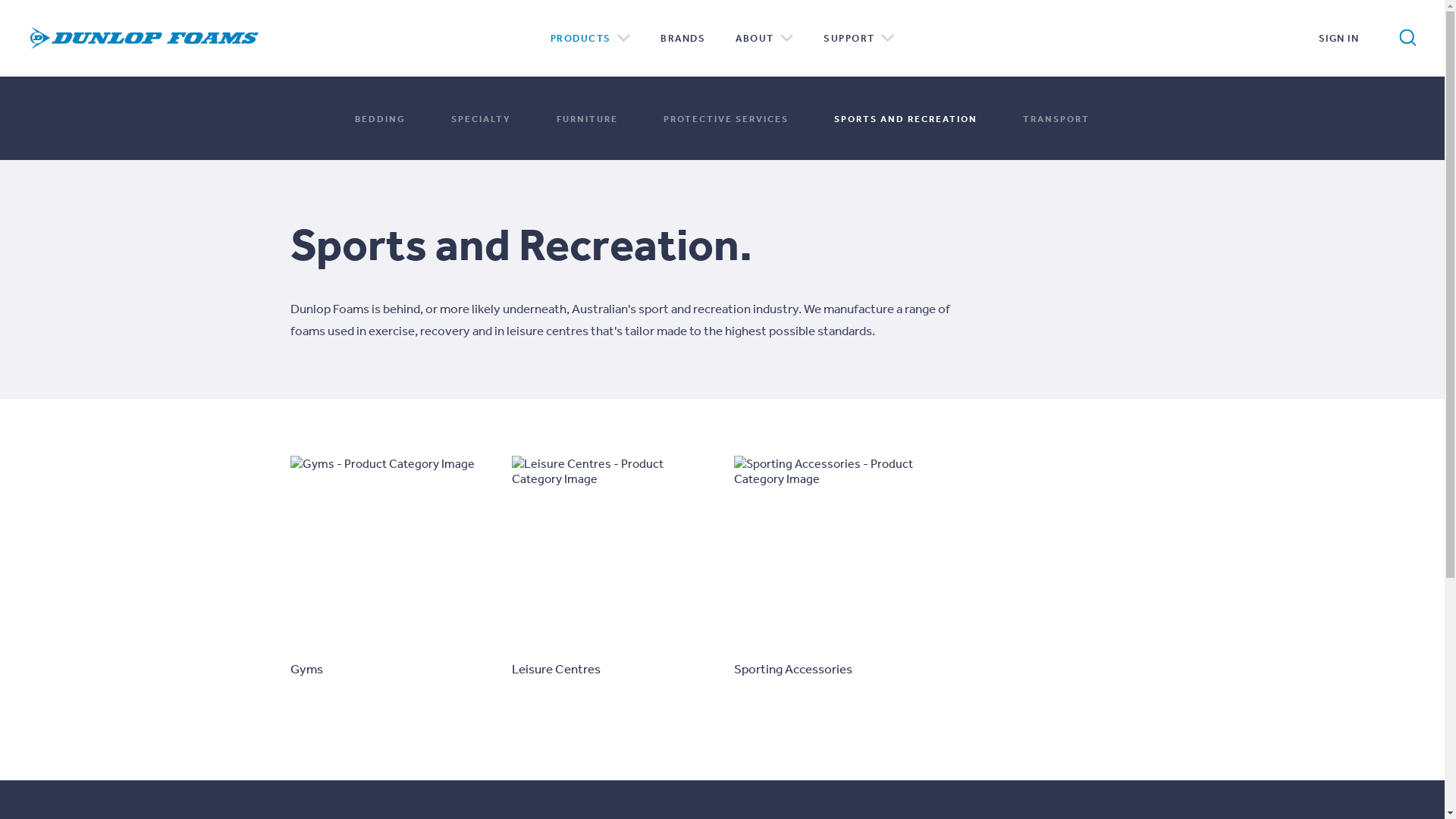 This screenshot has height=819, width=1456. I want to click on 'SPECIALTY', so click(450, 117).